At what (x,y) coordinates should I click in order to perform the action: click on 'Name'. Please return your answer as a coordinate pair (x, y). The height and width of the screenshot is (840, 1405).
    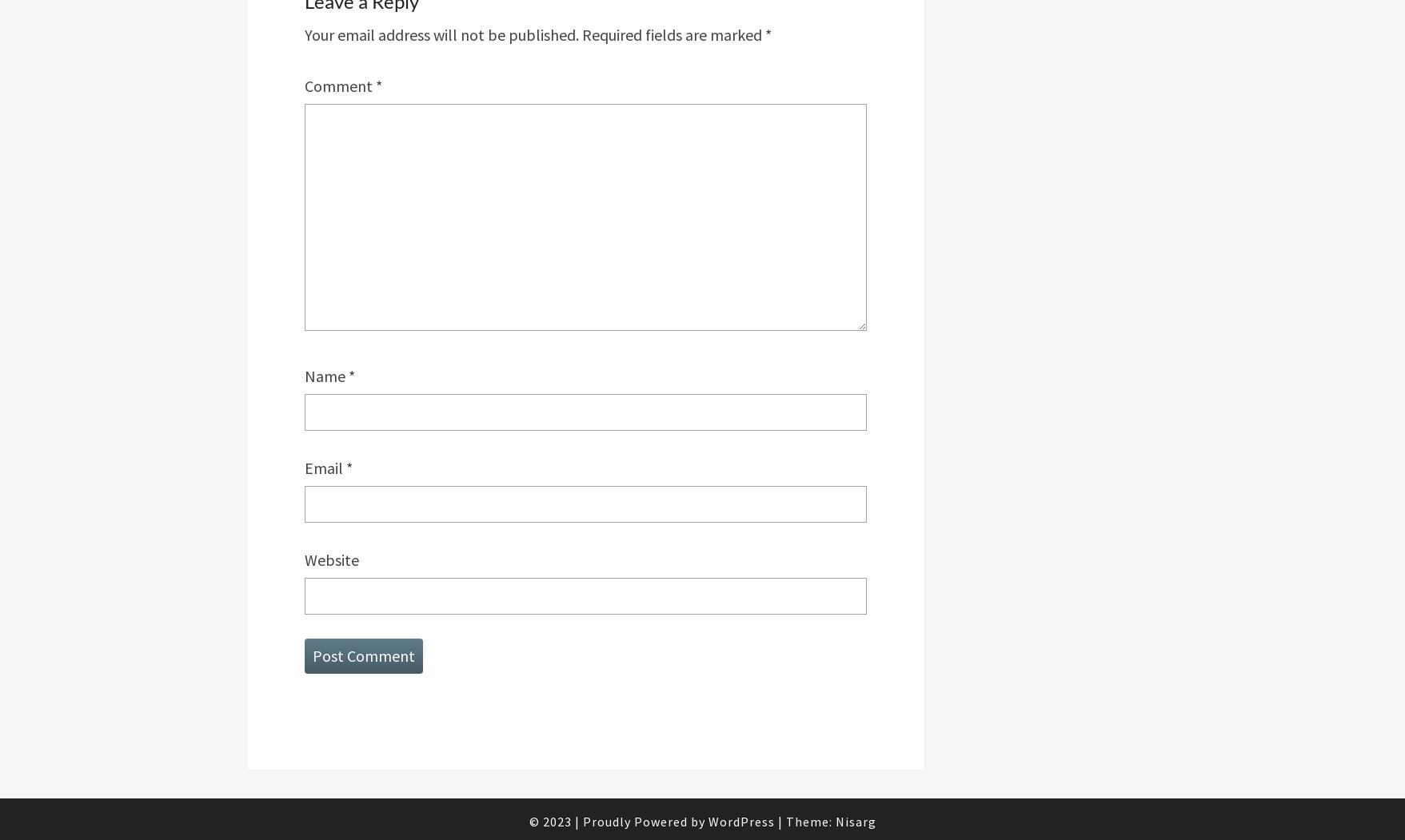
    Looking at the image, I should click on (325, 374).